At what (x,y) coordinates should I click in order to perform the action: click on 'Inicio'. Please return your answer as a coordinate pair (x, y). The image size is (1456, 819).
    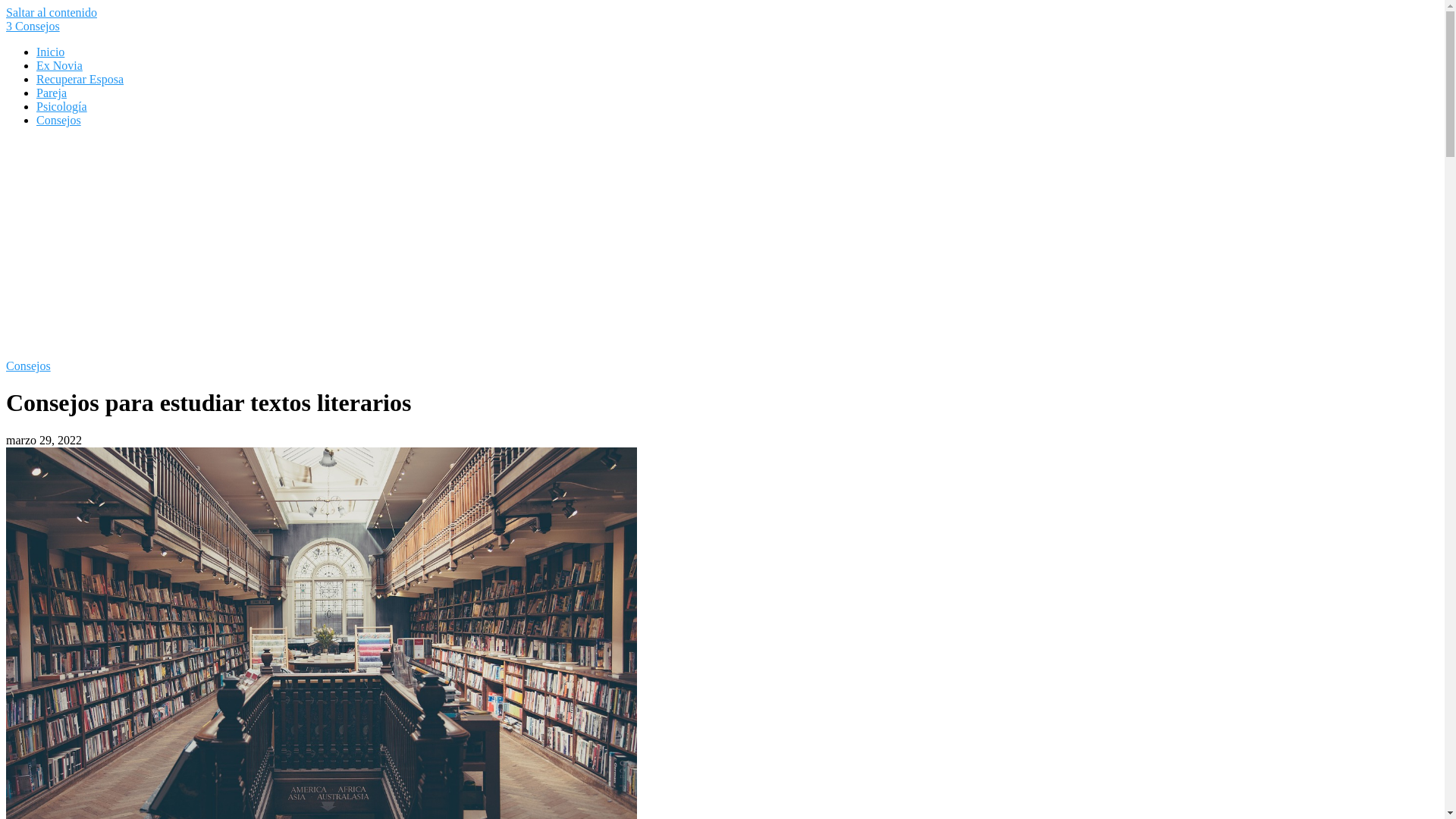
    Looking at the image, I should click on (50, 51).